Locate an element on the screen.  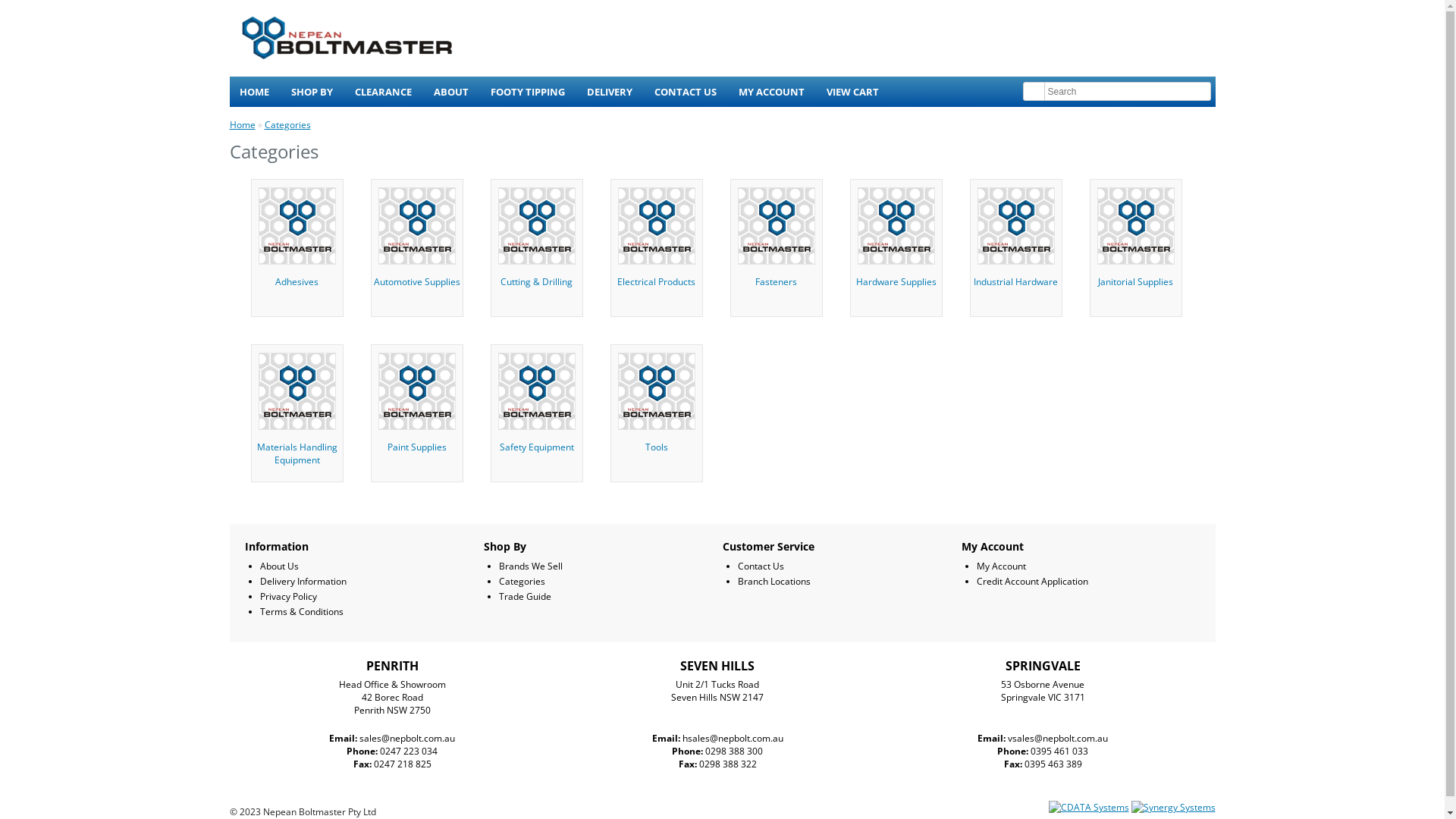
'INDUSTRIAL HARDWARE' is located at coordinates (976, 225).